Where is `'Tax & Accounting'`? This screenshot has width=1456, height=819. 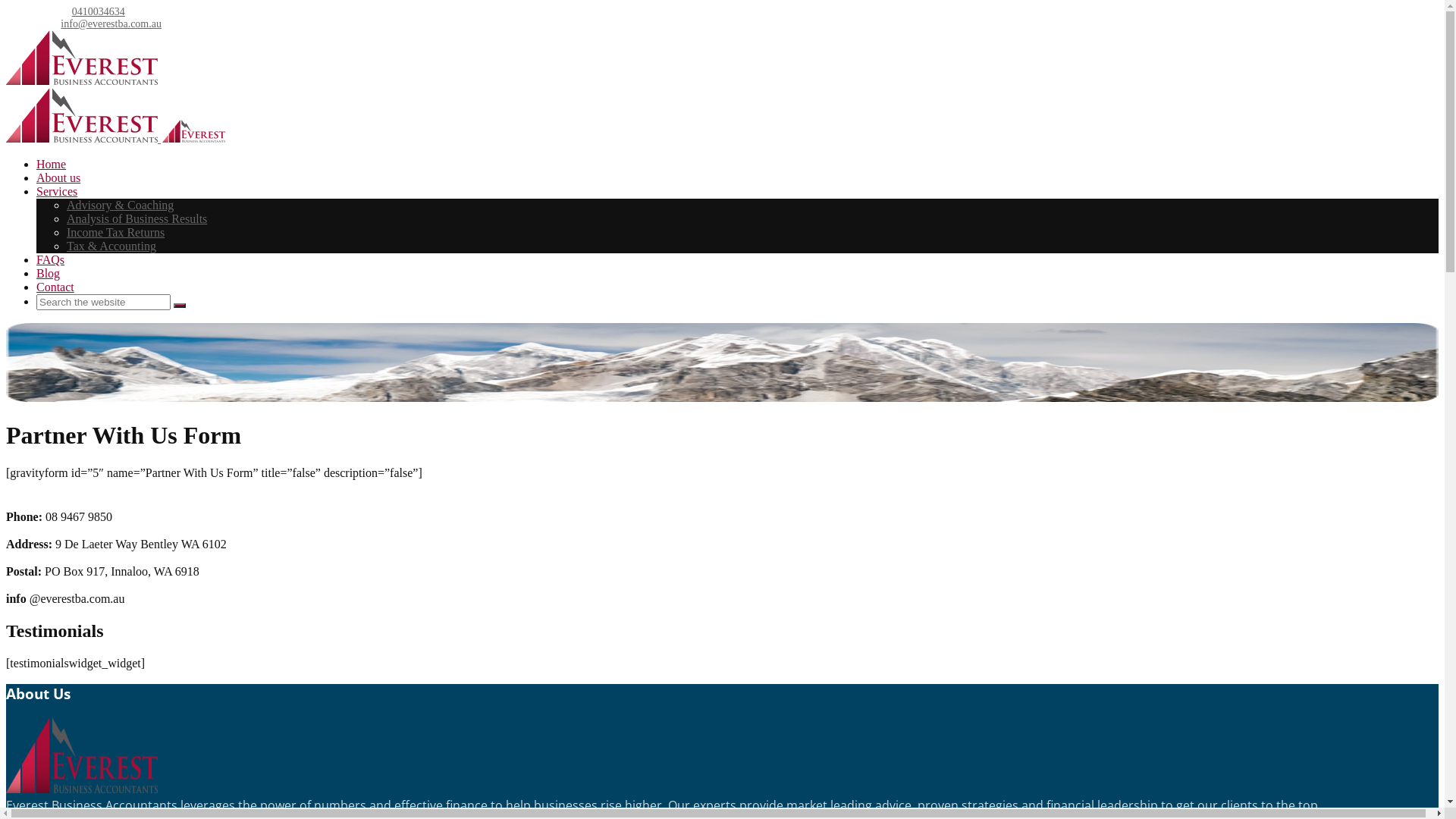 'Tax & Accounting' is located at coordinates (111, 245).